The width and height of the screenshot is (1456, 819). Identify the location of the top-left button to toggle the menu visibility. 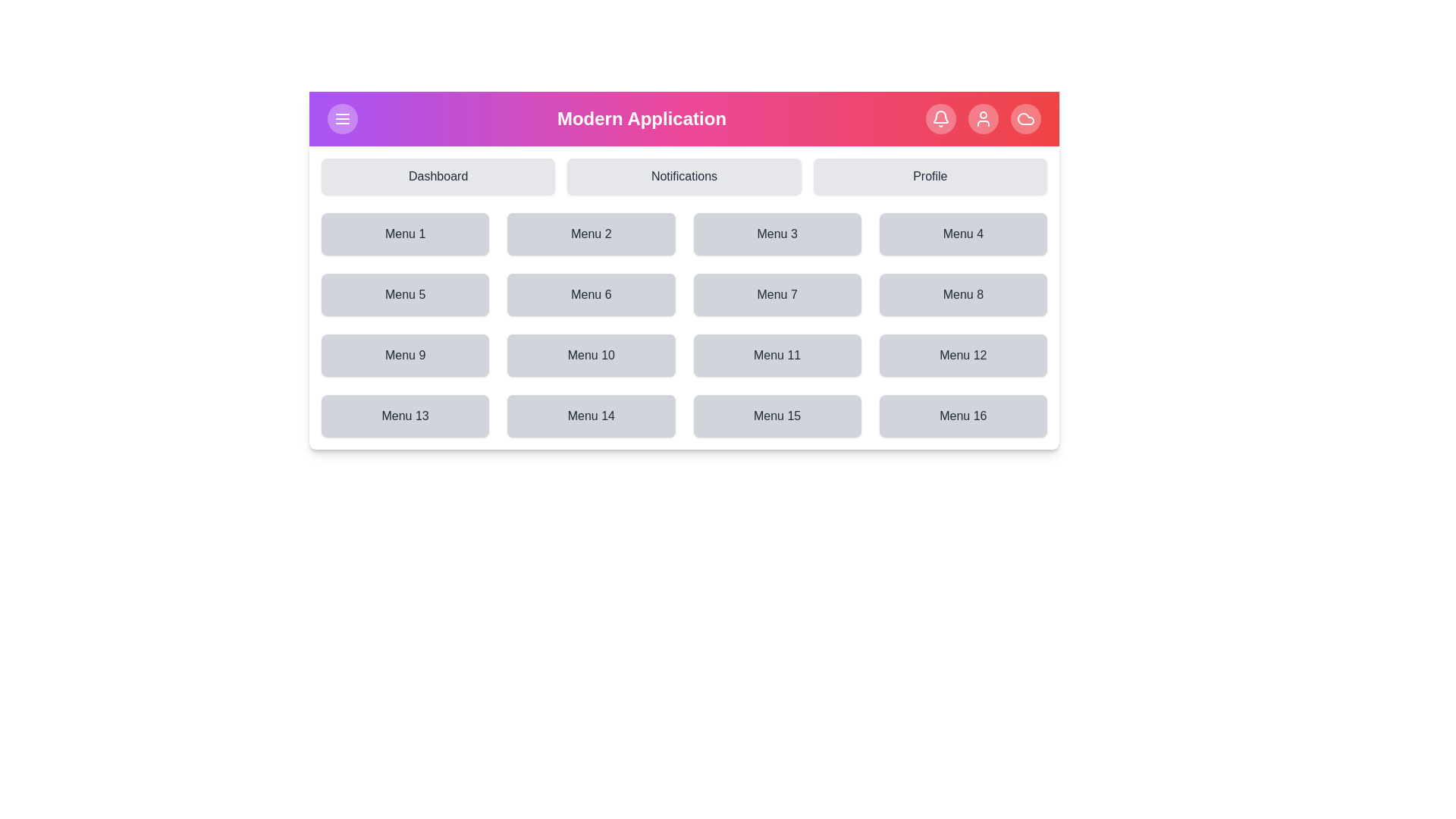
(341, 118).